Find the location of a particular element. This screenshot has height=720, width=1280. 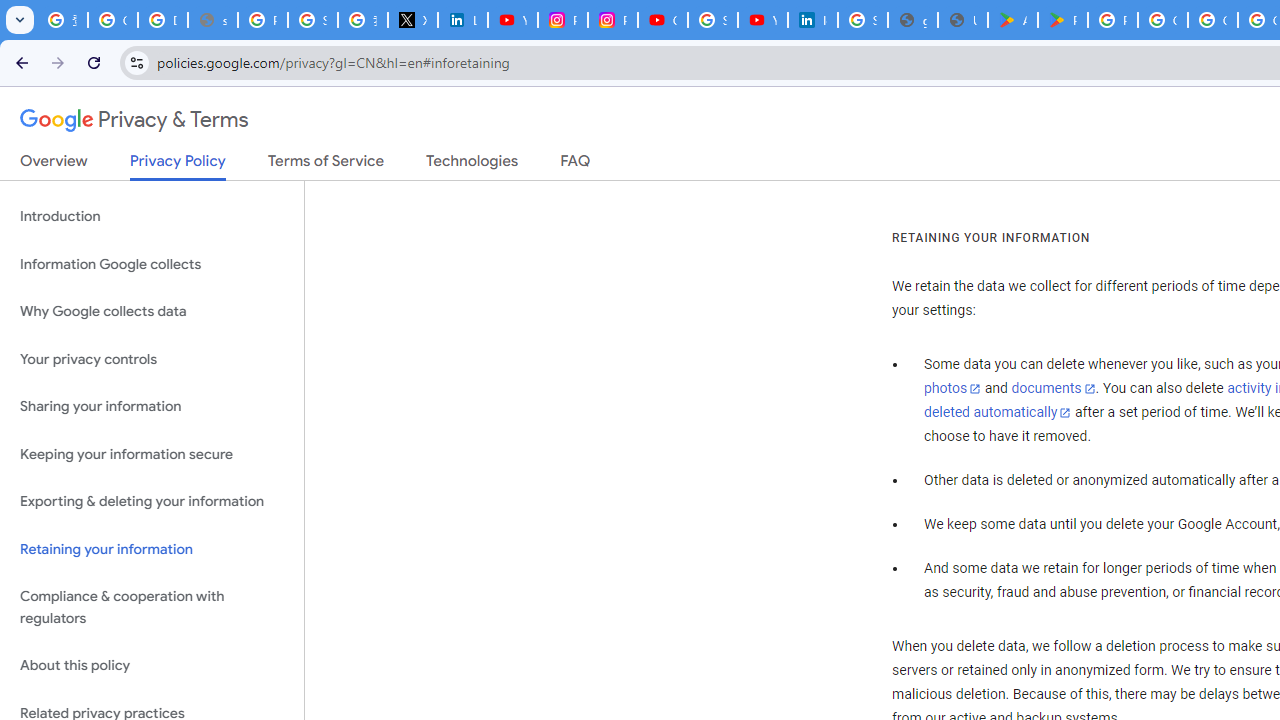

'Google Workspace - Specific Terms' is located at coordinates (1211, 20).